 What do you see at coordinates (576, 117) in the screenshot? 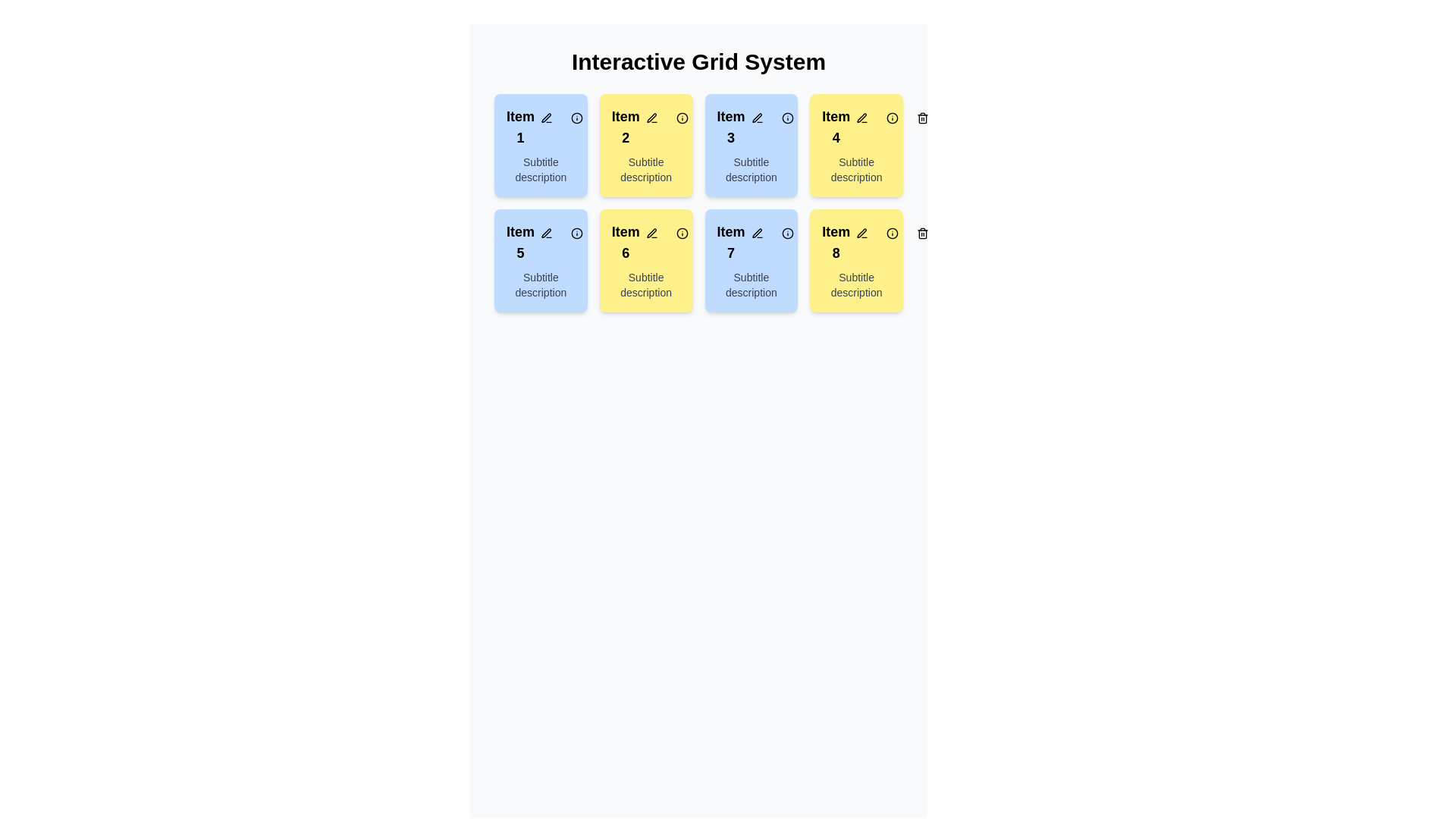
I see `the circular information button located in the first column's card labeled 'Item 1'` at bounding box center [576, 117].